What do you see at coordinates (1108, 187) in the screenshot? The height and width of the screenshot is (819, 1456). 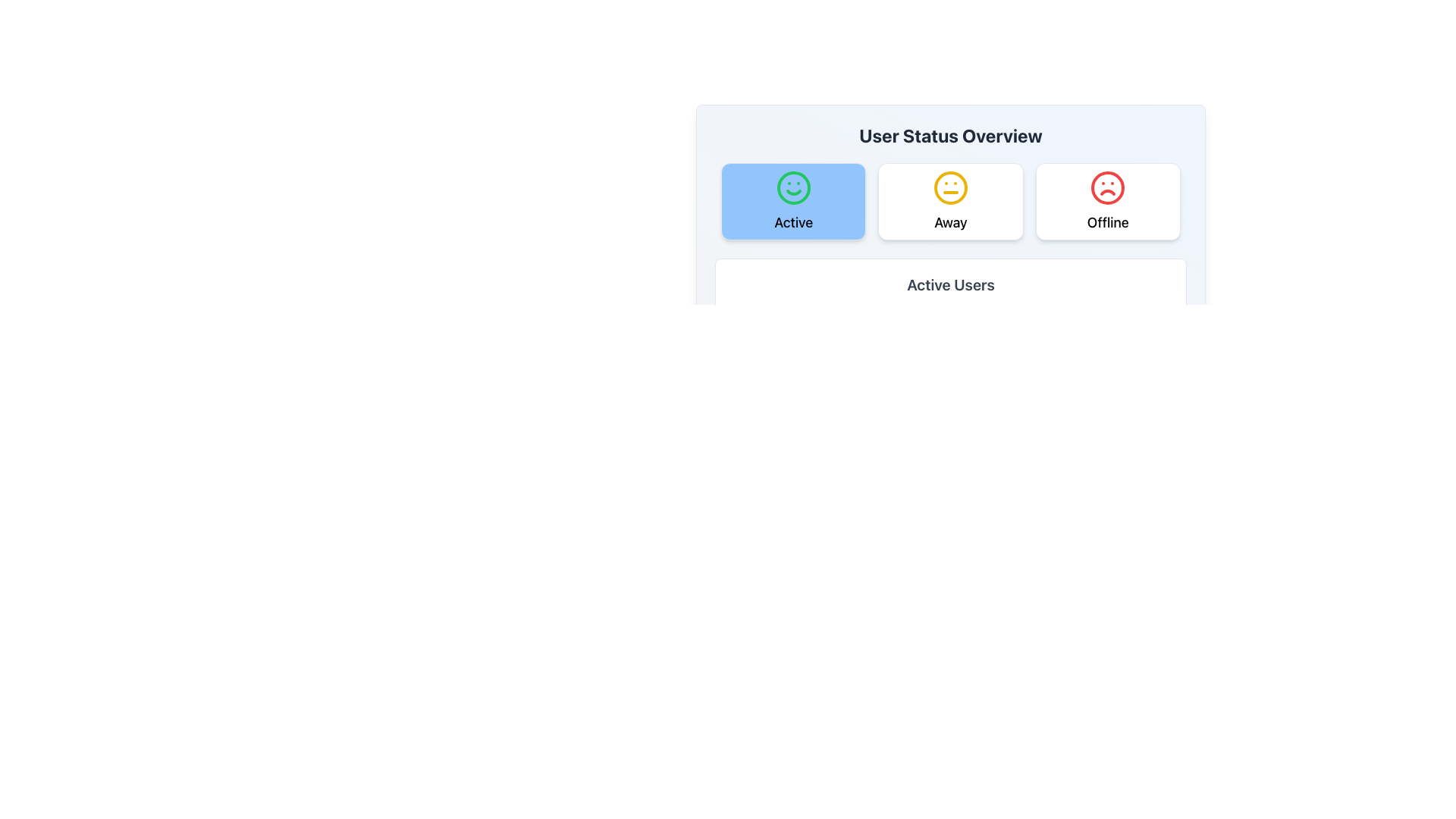 I see `the 'Offline' status icon, which is the rightmost icon among the three user-status icons ('Active,' 'Away,' and 'Offline'), located above the text label 'Offline'` at bounding box center [1108, 187].